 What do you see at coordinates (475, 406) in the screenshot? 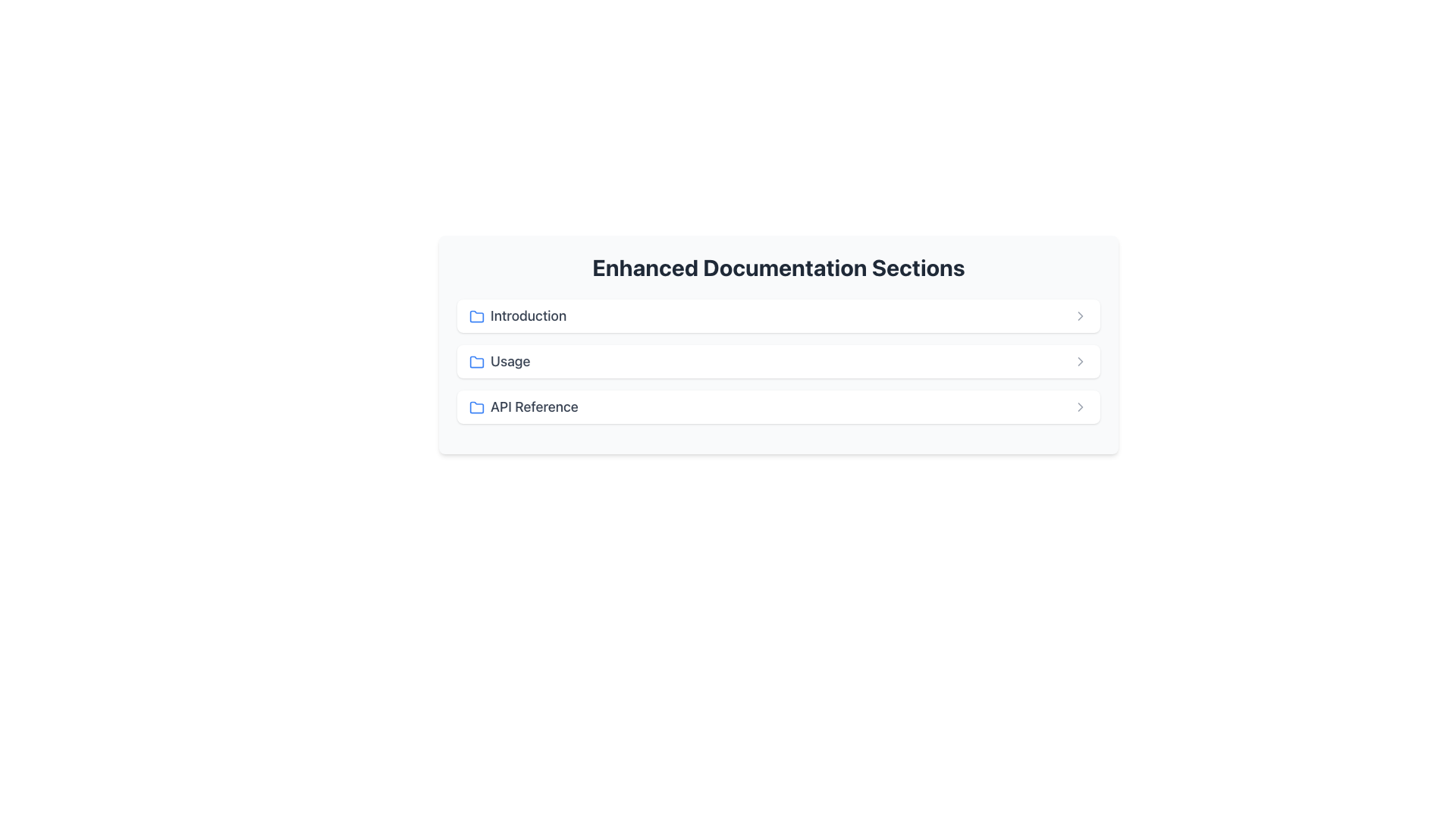
I see `the blue outlined folder icon located to the left of the 'API Reference' label on the third row of the vertical list` at bounding box center [475, 406].